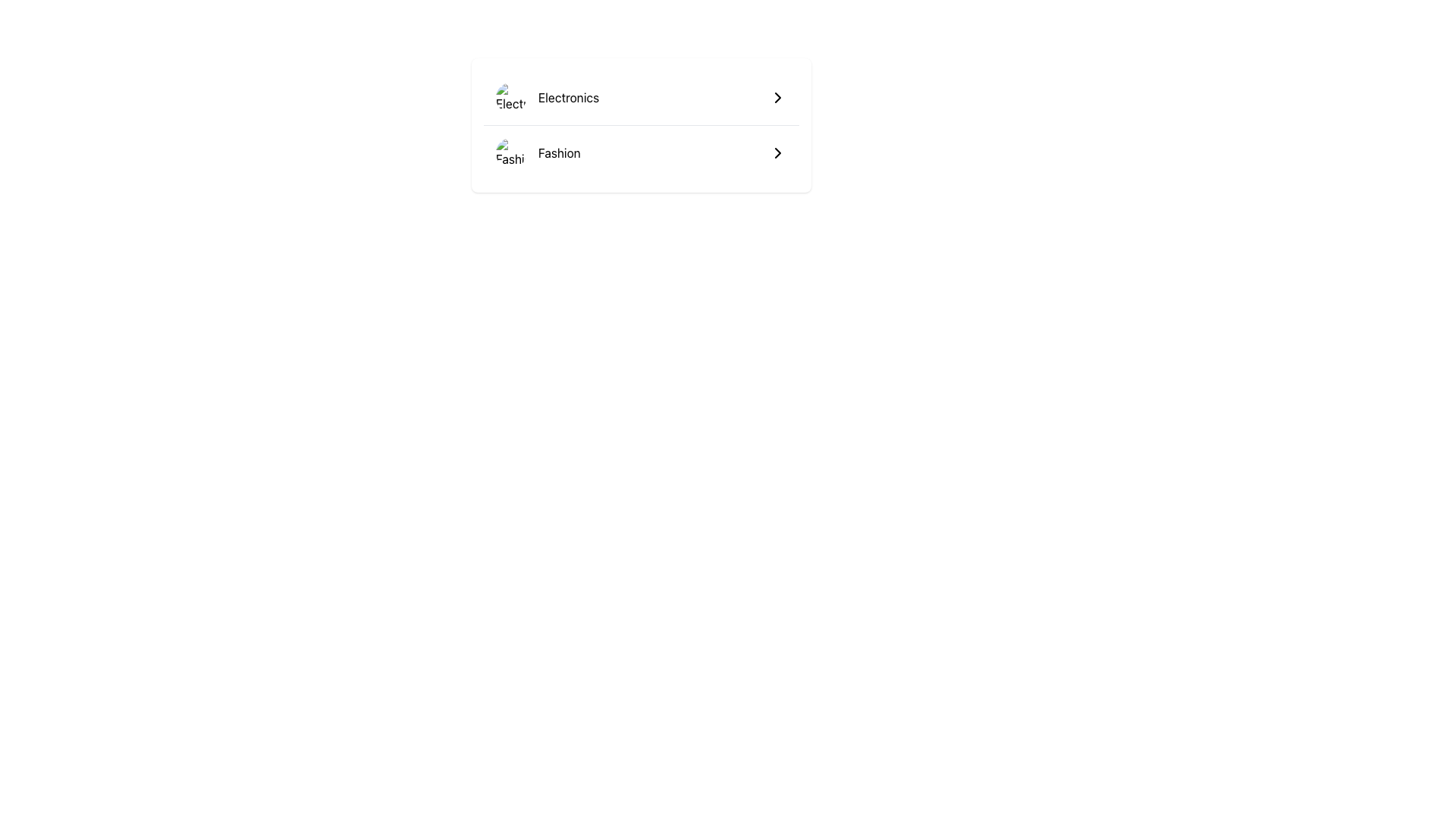 The image size is (1456, 819). I want to click on the second navigational button labeled 'Fashion' in the vertical list, so click(641, 152).